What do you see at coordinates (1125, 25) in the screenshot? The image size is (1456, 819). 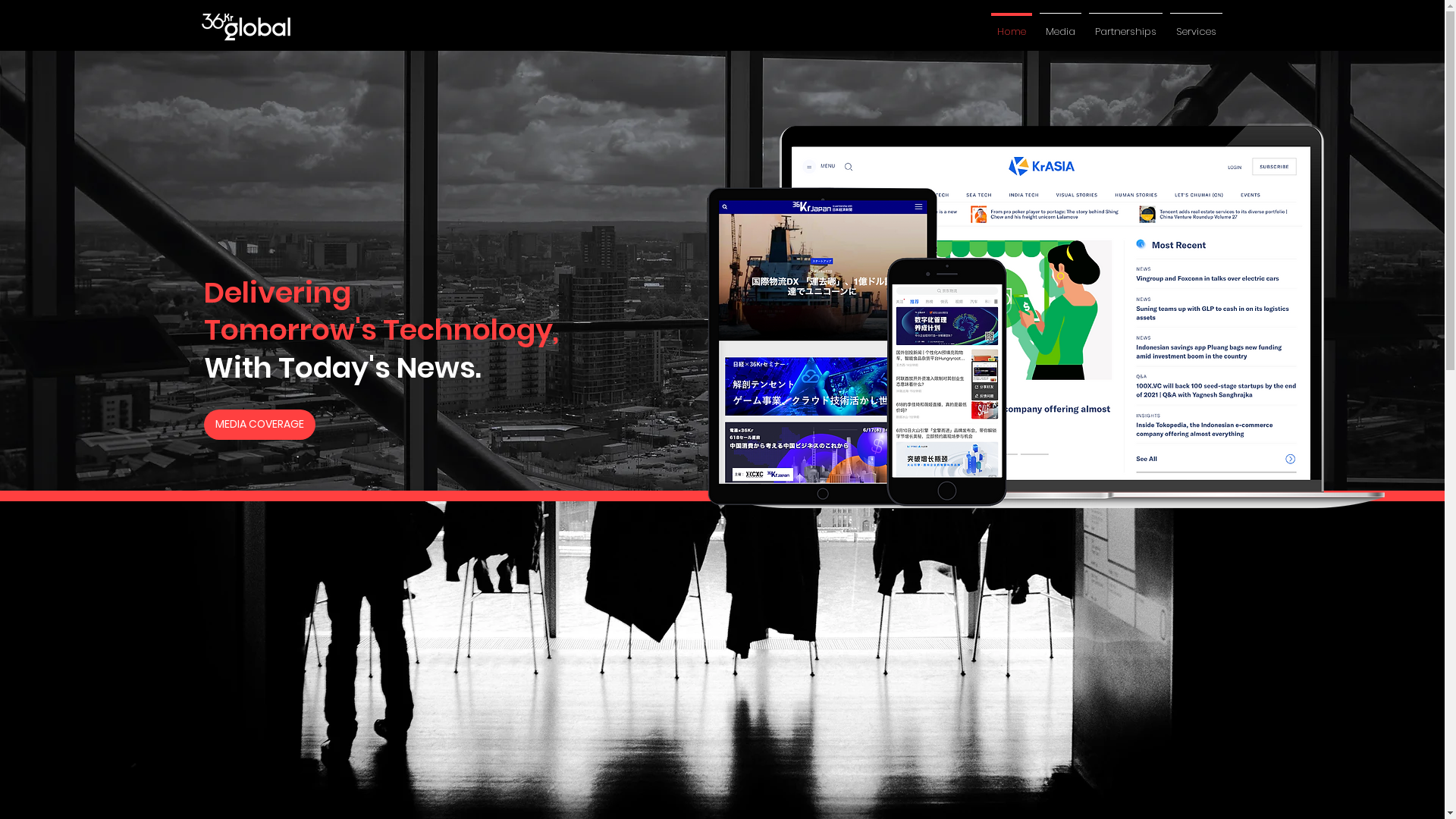 I see `'Partnerships'` at bounding box center [1125, 25].